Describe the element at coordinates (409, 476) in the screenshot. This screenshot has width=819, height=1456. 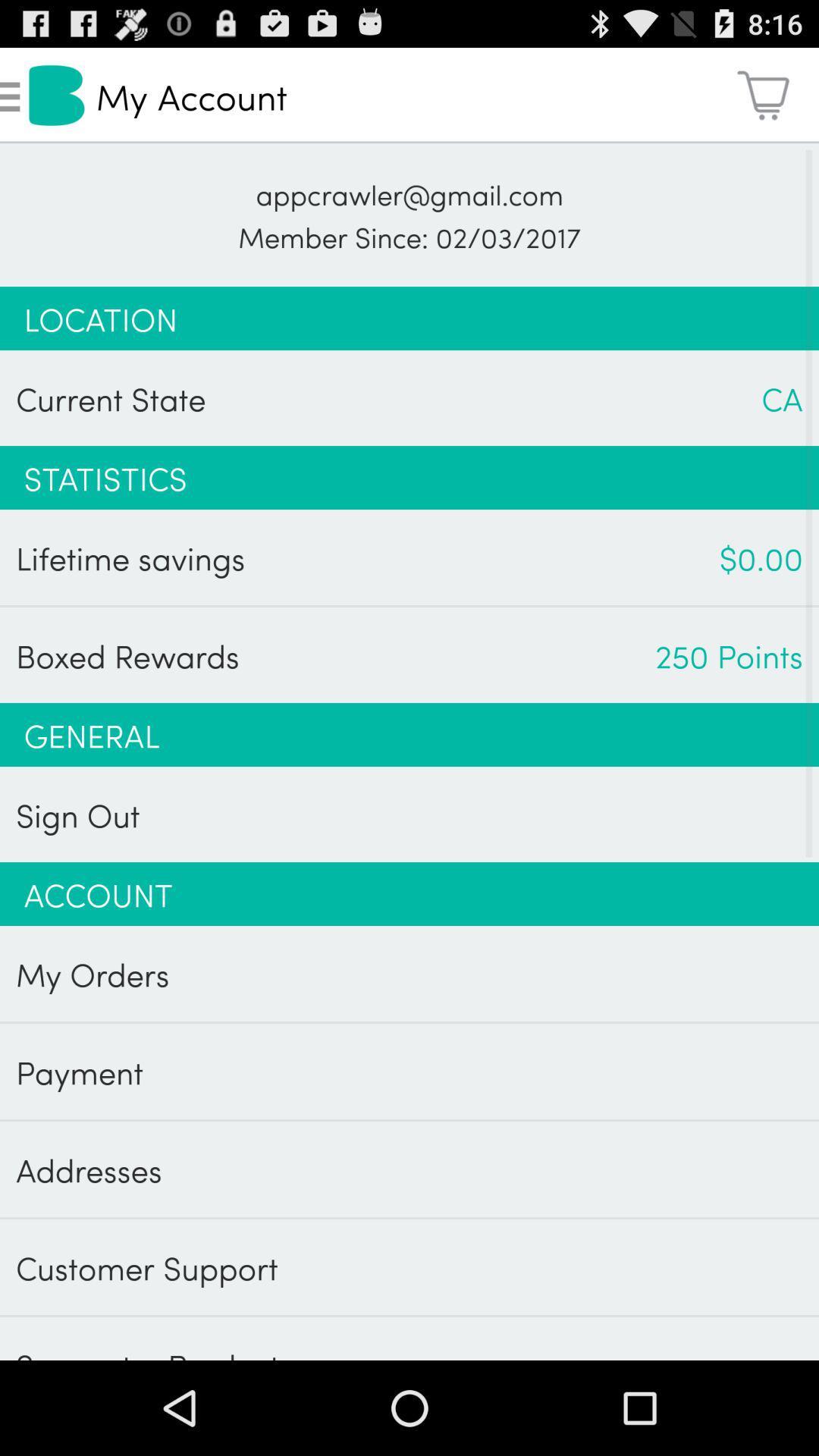
I see `the app below the current state app` at that location.